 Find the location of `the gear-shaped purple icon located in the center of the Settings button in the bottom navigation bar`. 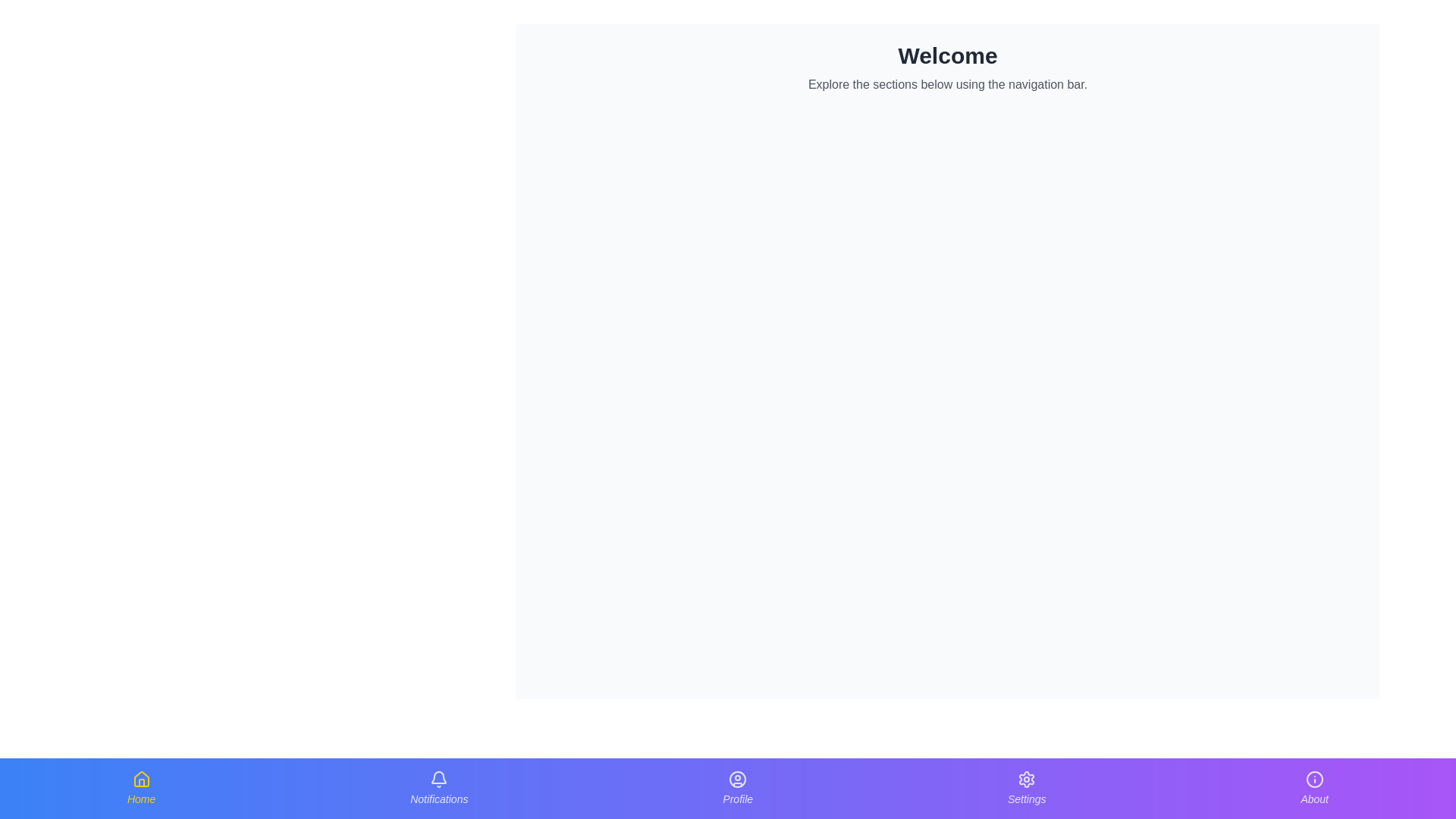

the gear-shaped purple icon located in the center of the Settings button in the bottom navigation bar is located at coordinates (1027, 780).